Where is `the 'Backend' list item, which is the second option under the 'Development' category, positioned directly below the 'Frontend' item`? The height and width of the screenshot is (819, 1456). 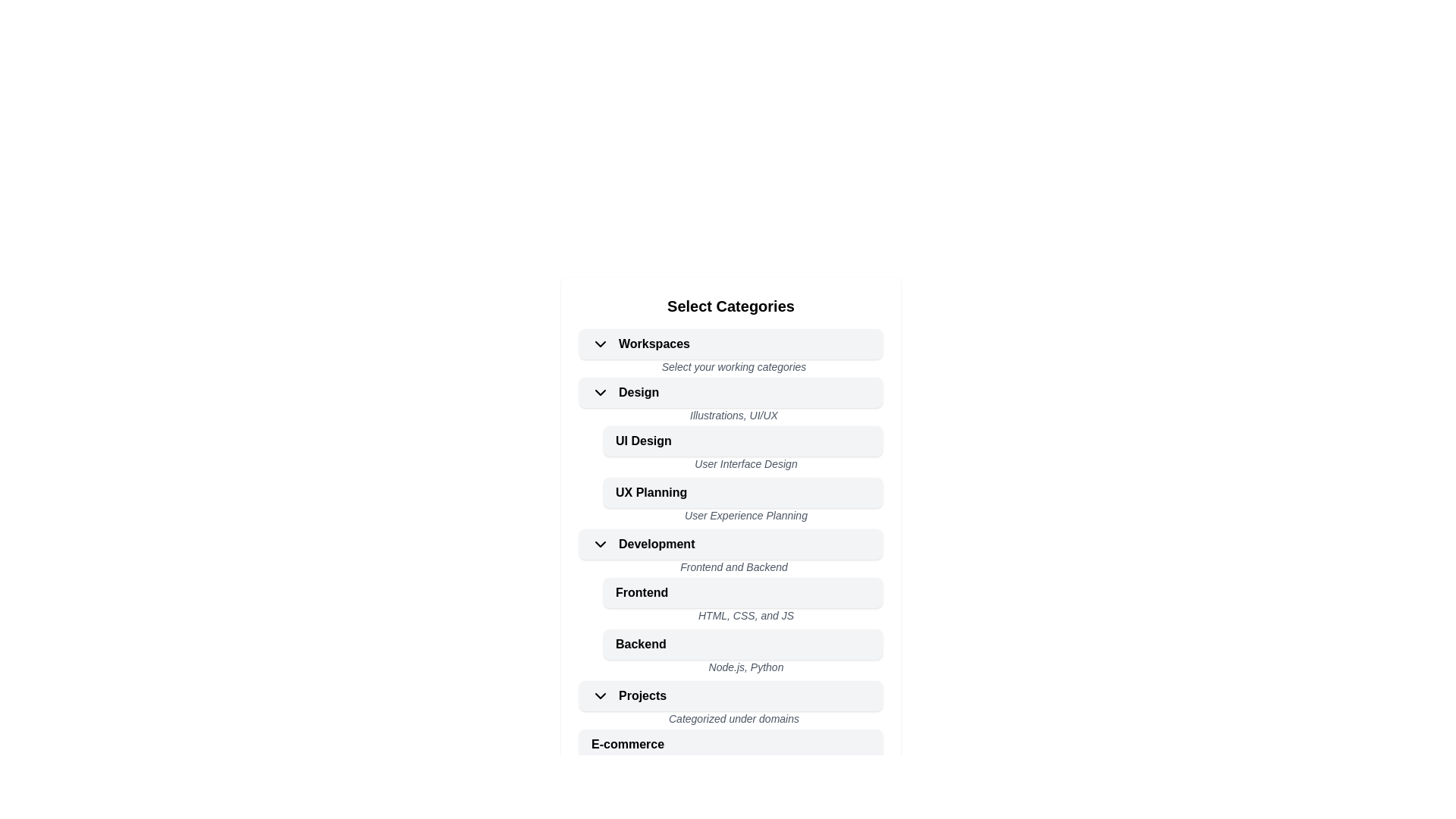
the 'Backend' list item, which is the second option under the 'Development' category, positioned directly below the 'Frontend' item is located at coordinates (742, 644).